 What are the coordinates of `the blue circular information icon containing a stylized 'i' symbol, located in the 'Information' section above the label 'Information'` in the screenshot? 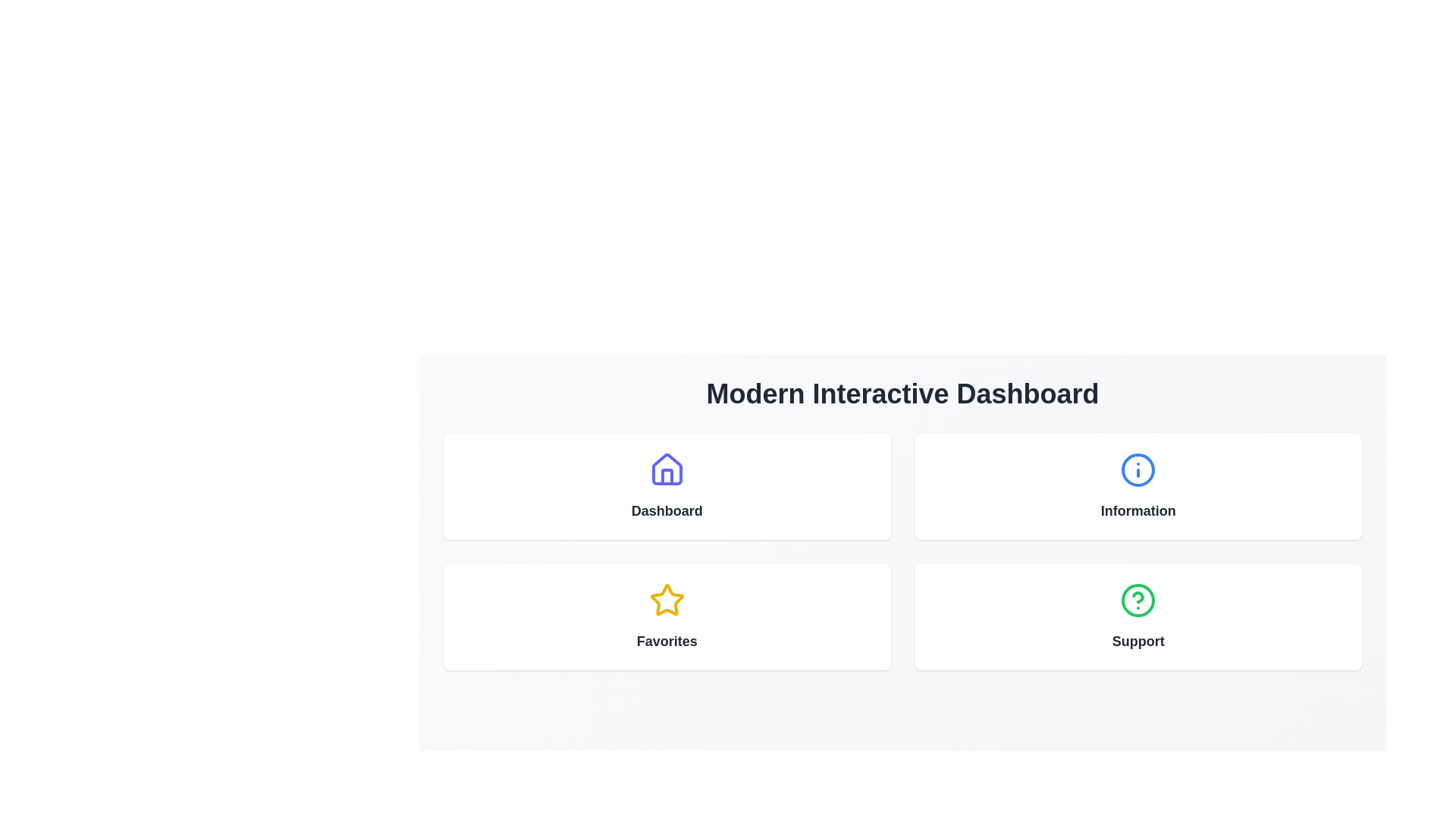 It's located at (1138, 469).